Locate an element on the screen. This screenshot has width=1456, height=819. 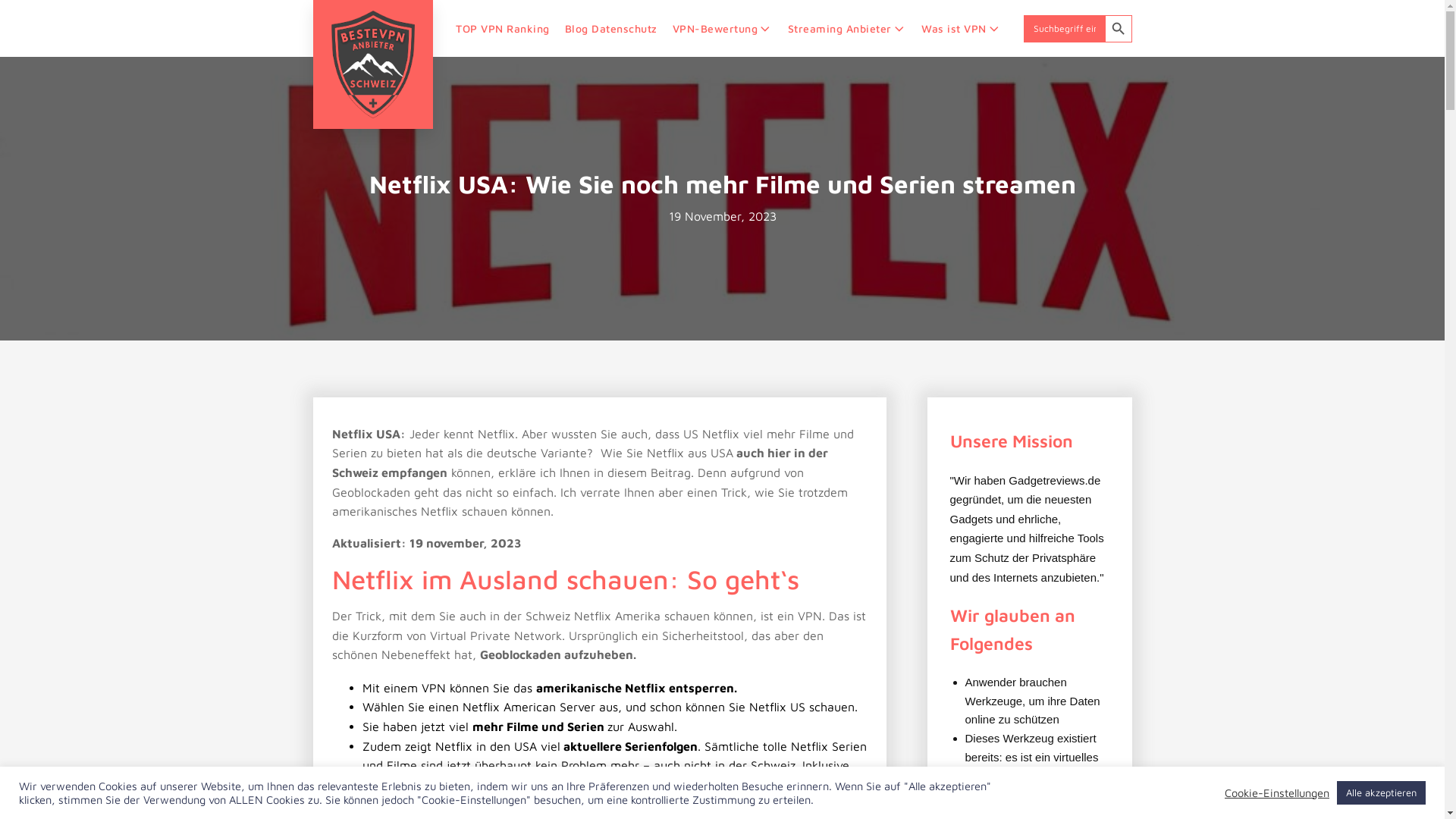
'Blog Datenschutz' is located at coordinates (556, 28).